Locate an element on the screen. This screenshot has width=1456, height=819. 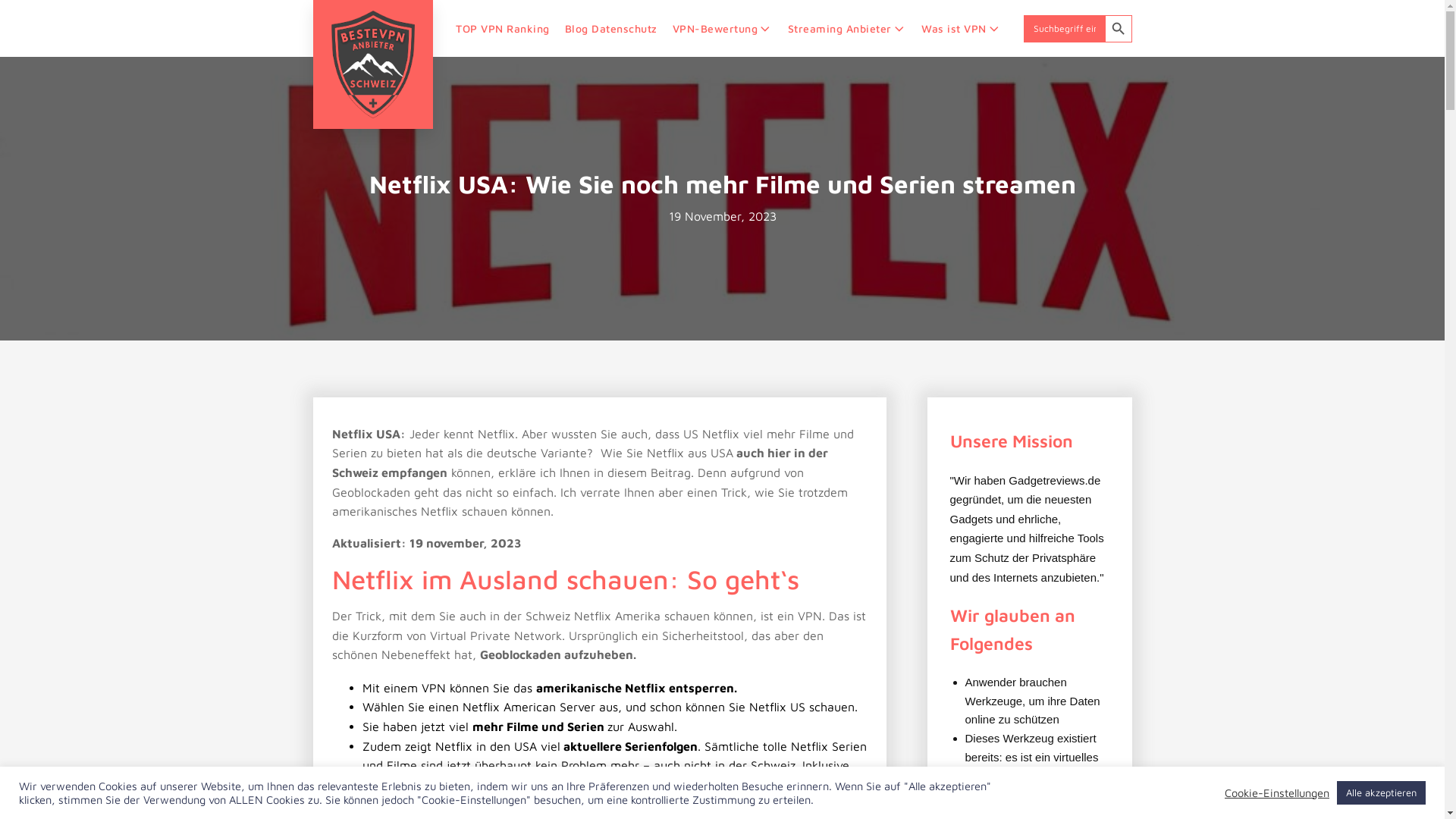
'Blog Datenschutz' is located at coordinates (556, 28).